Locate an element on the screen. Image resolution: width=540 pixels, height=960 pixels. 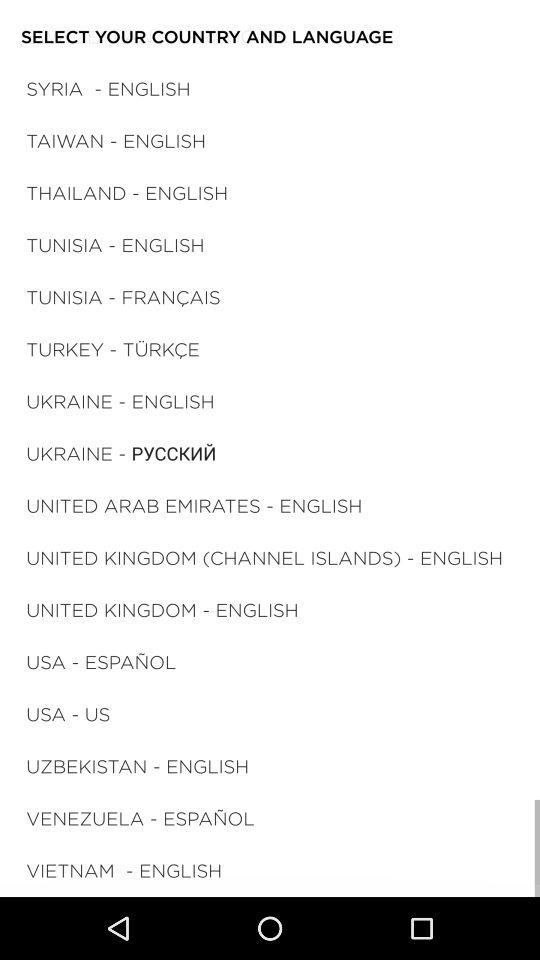
the item above the uzbekistan - english icon is located at coordinates (67, 714).